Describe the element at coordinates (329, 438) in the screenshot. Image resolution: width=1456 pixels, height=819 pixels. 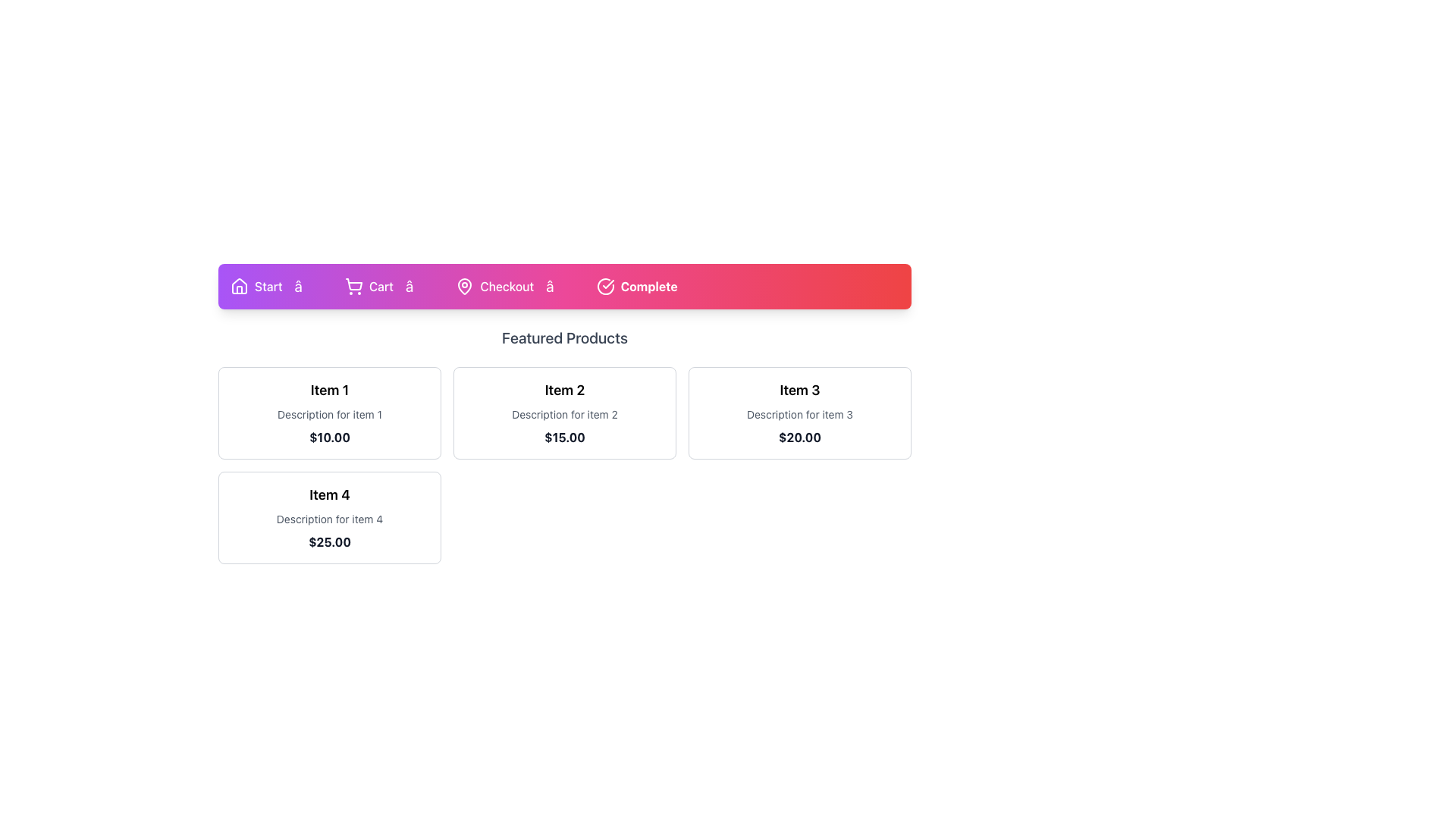
I see `the price information text label for Item 1, located directly under the description text 'Description for item 1'` at that location.